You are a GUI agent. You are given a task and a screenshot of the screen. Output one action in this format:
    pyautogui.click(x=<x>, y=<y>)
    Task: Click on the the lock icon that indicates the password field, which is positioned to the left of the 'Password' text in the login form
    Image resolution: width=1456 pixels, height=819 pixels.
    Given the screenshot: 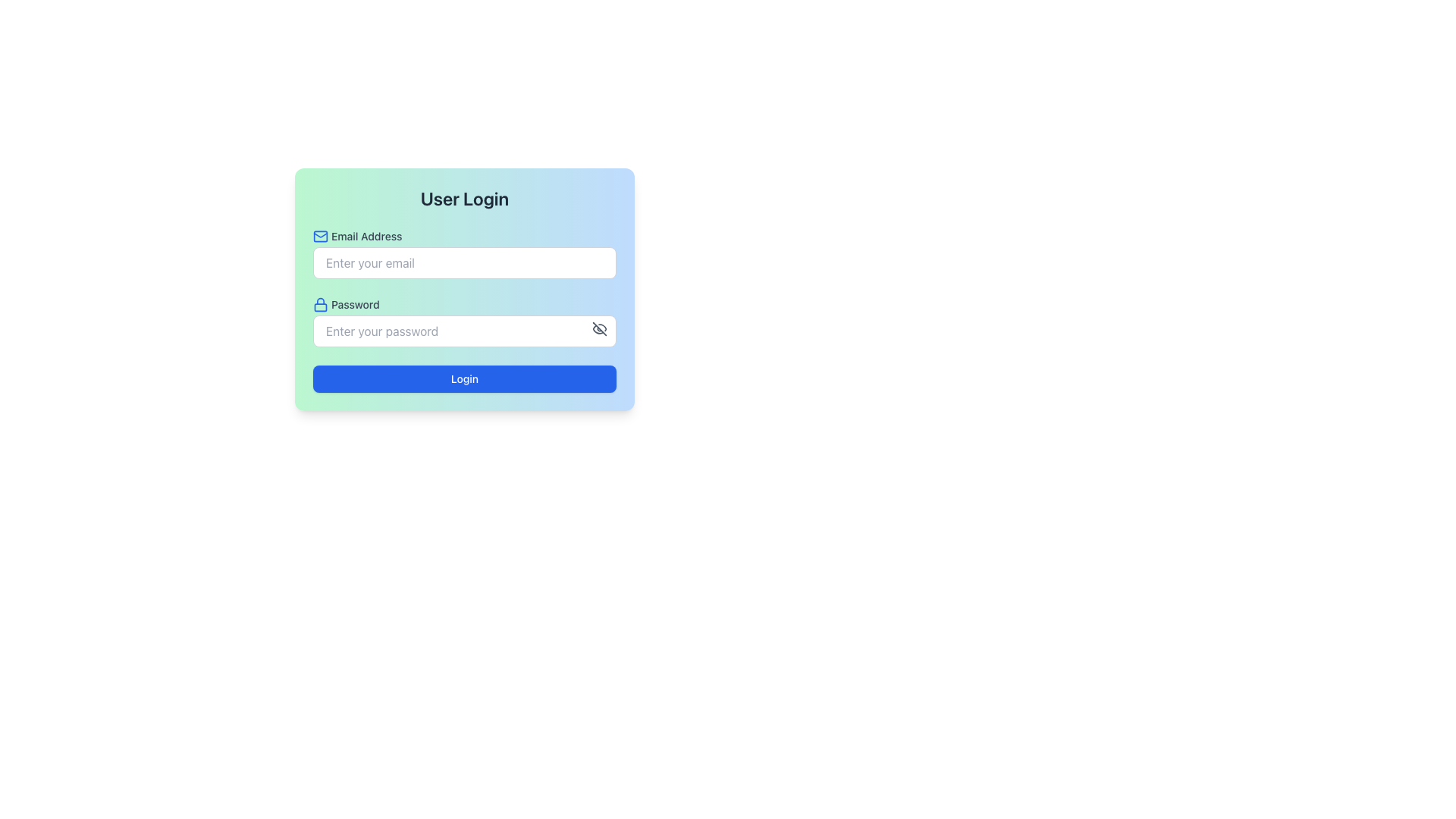 What is the action you would take?
    pyautogui.click(x=319, y=304)
    